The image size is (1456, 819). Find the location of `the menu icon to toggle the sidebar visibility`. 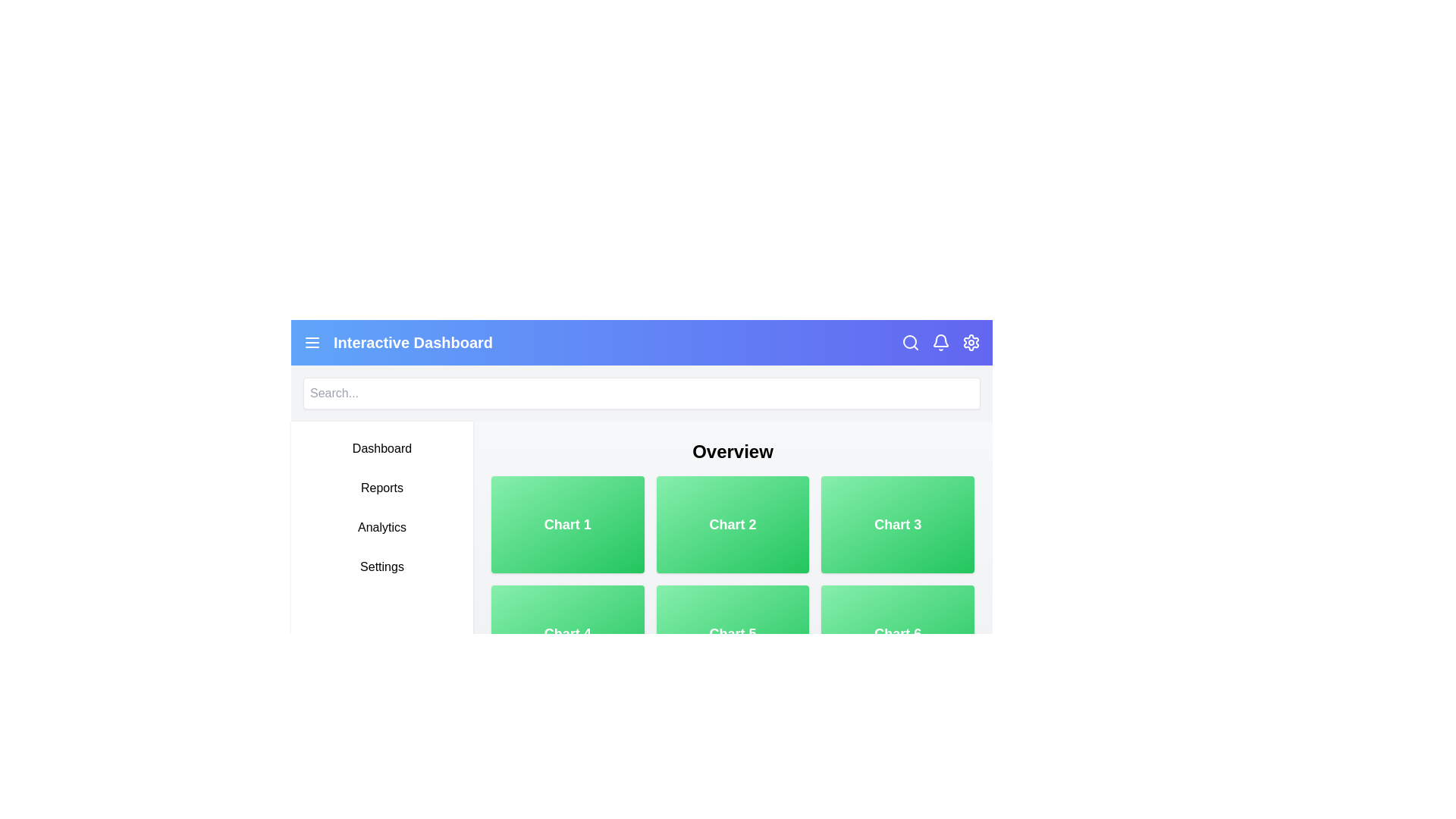

the menu icon to toggle the sidebar visibility is located at coordinates (312, 342).